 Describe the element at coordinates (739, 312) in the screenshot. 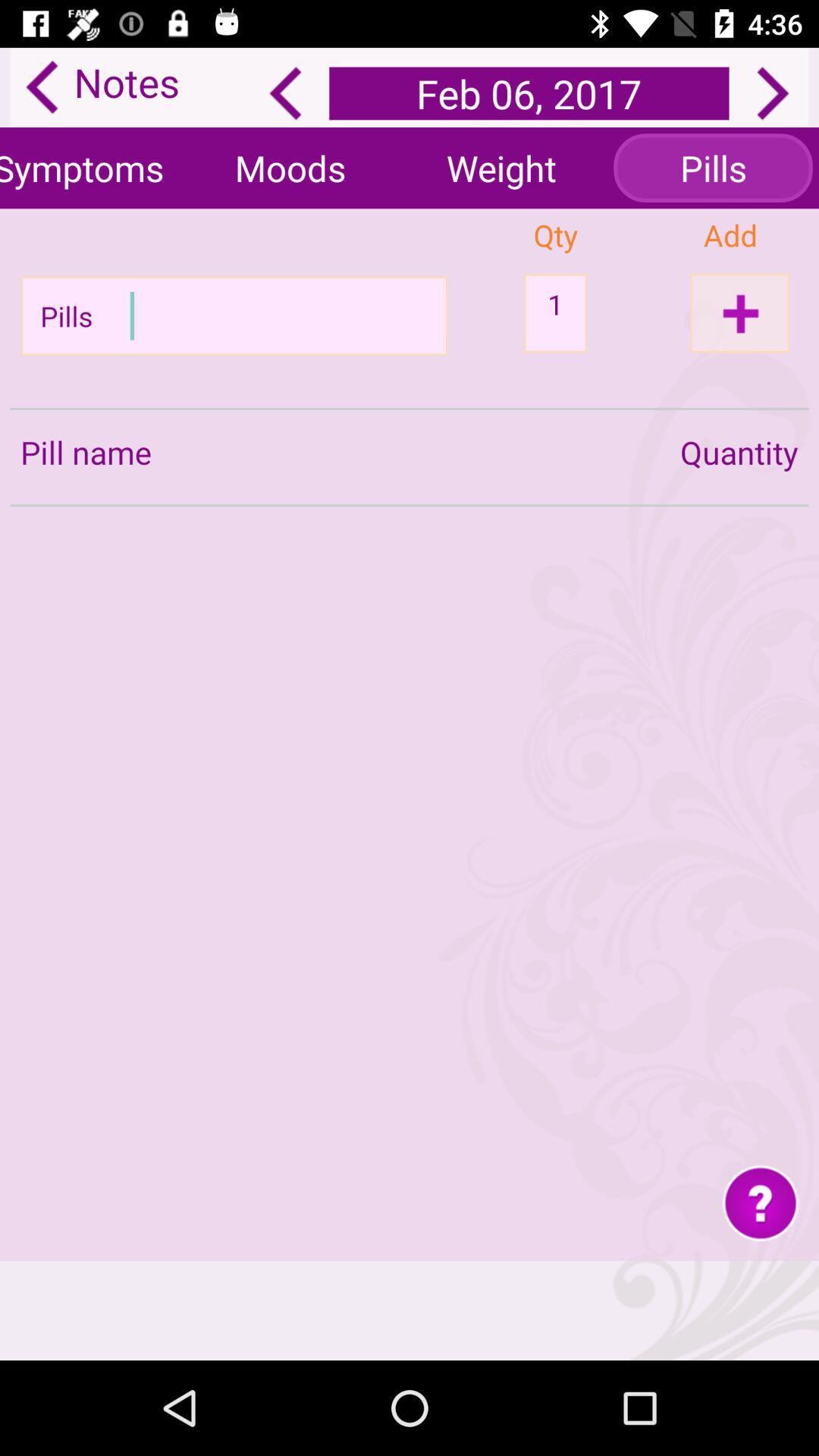

I see `add option` at that location.